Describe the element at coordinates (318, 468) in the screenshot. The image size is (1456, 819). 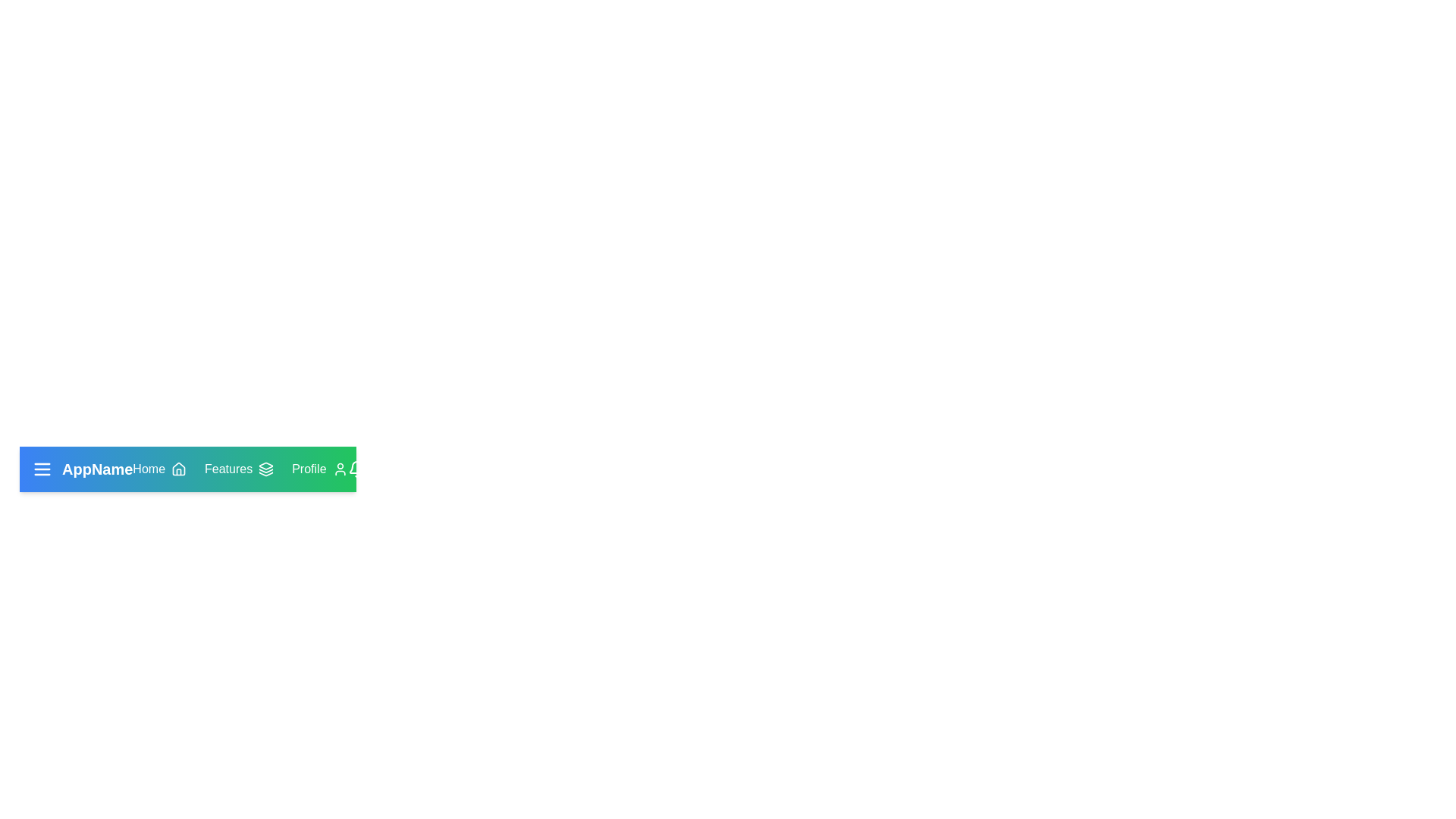
I see `the interactive element ProfileButton to view its hover effect` at that location.